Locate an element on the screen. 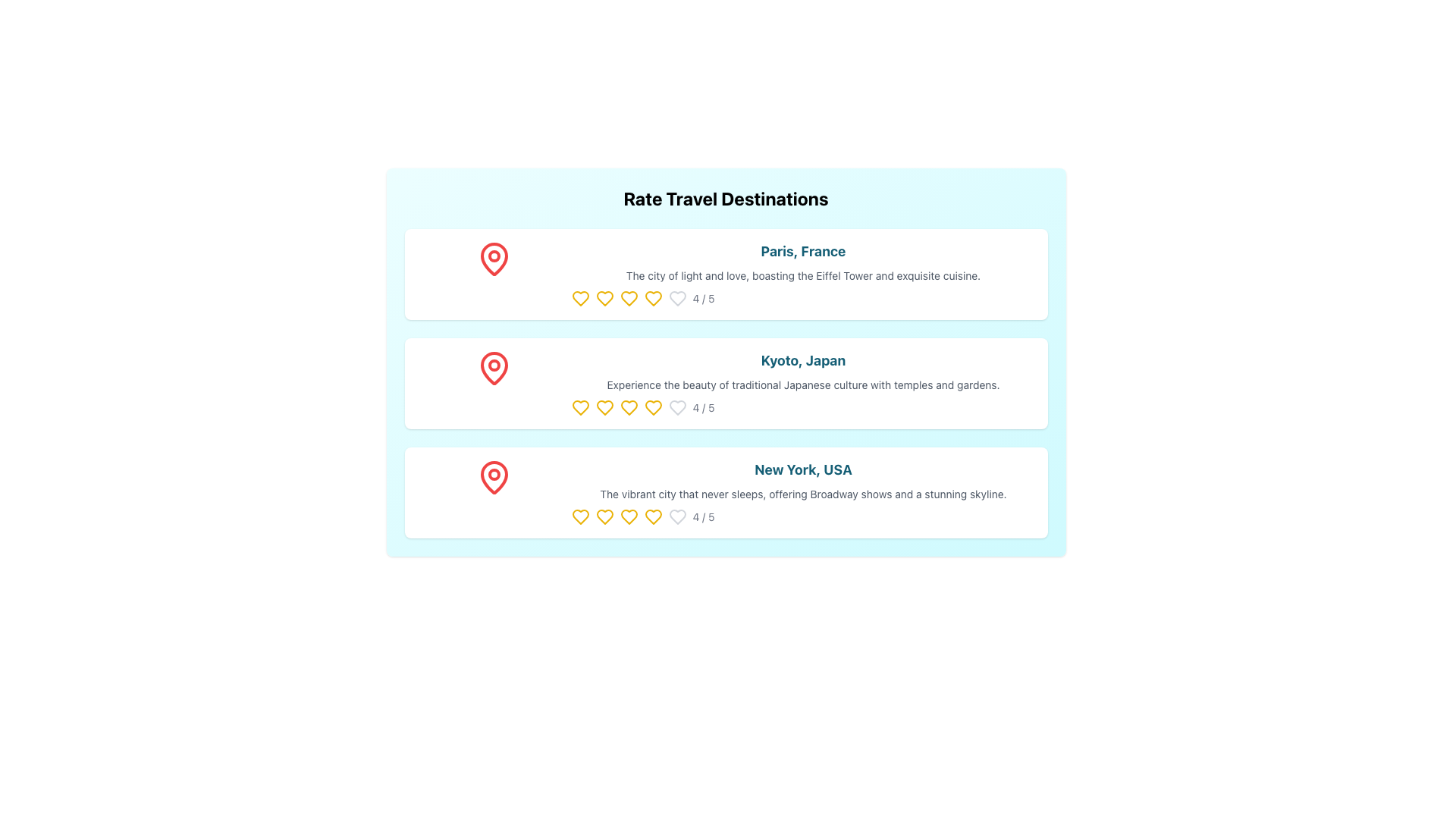  the interactive information card displaying details about 'New York, USA', which is the third card in a vertical list of travel destination cards is located at coordinates (725, 493).